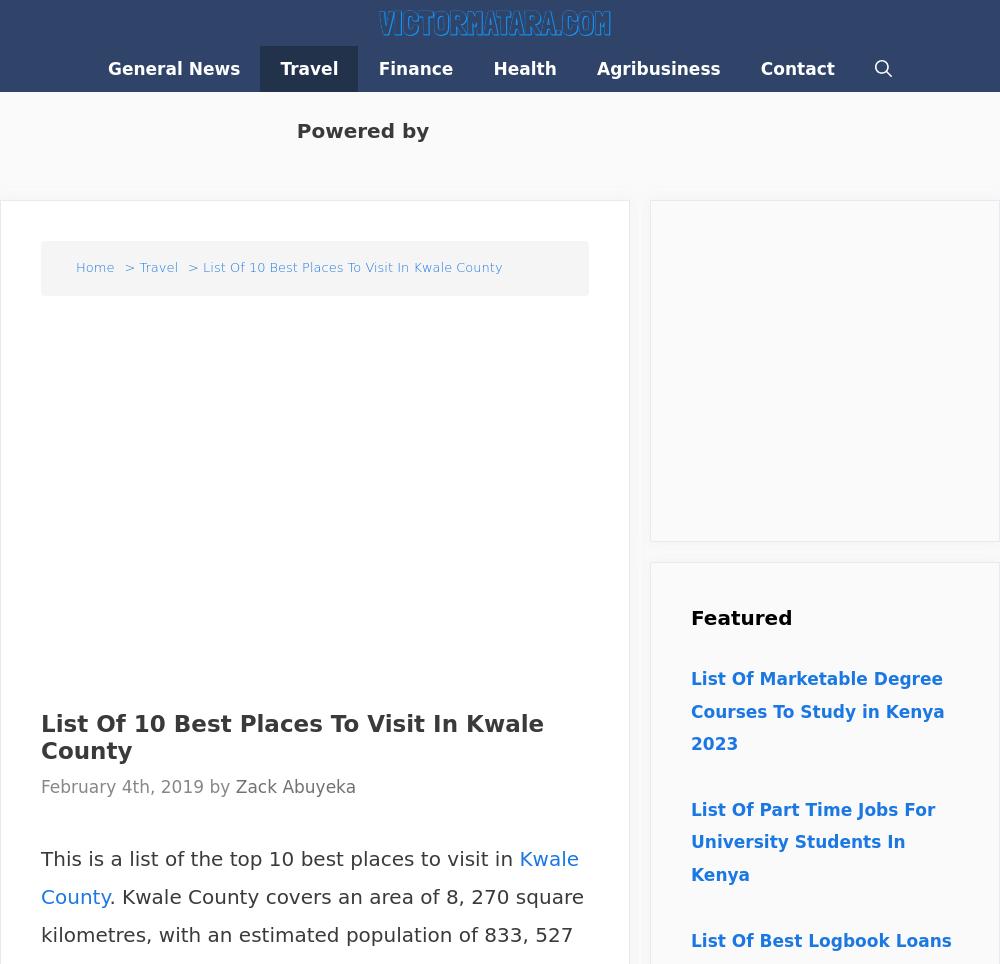 The height and width of the screenshot is (964, 1000). I want to click on 'List Of Part Time Jobs For University Students In Kenya', so click(812, 840).